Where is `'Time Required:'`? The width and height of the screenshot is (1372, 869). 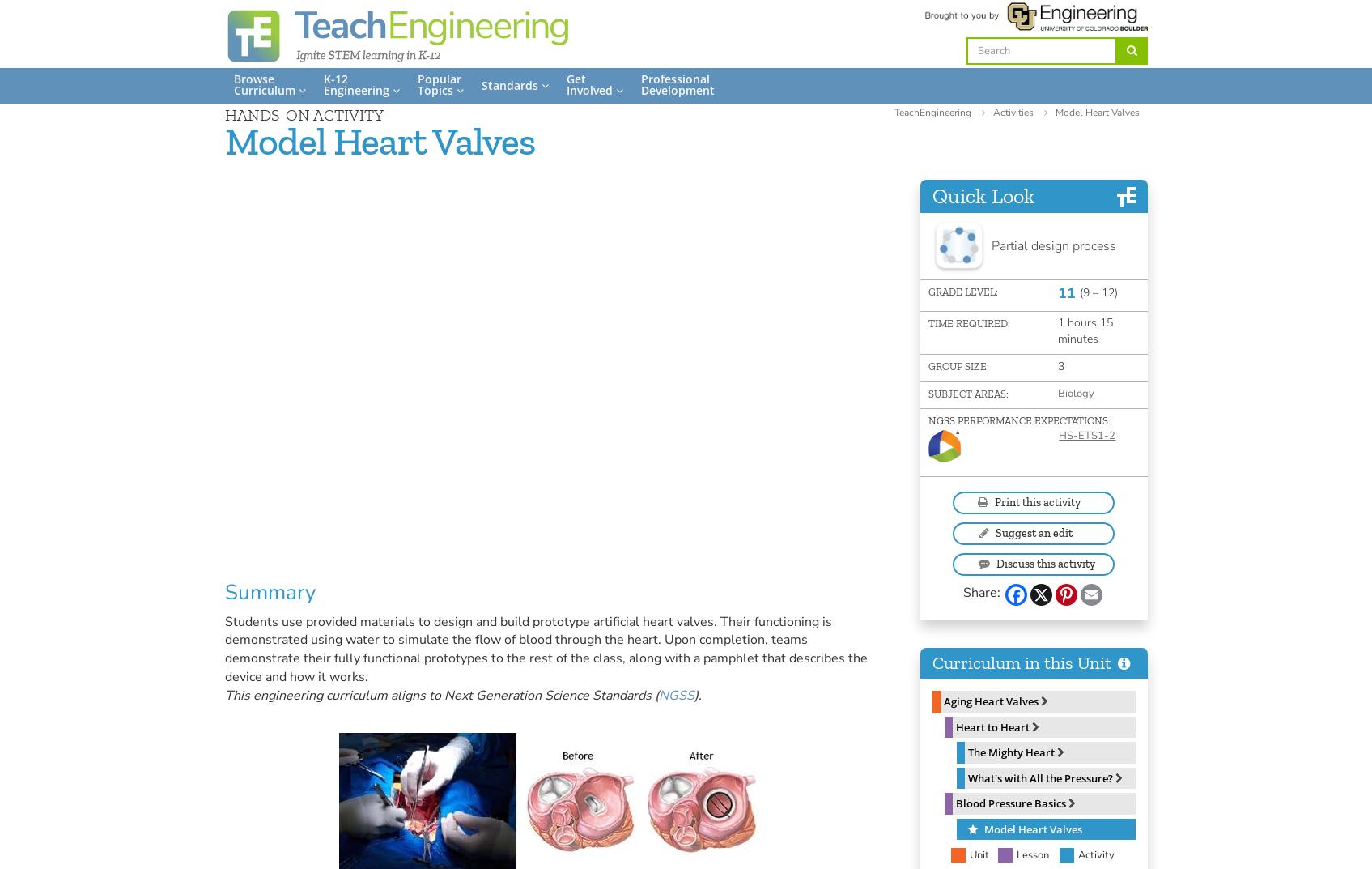 'Time Required:' is located at coordinates (928, 322).